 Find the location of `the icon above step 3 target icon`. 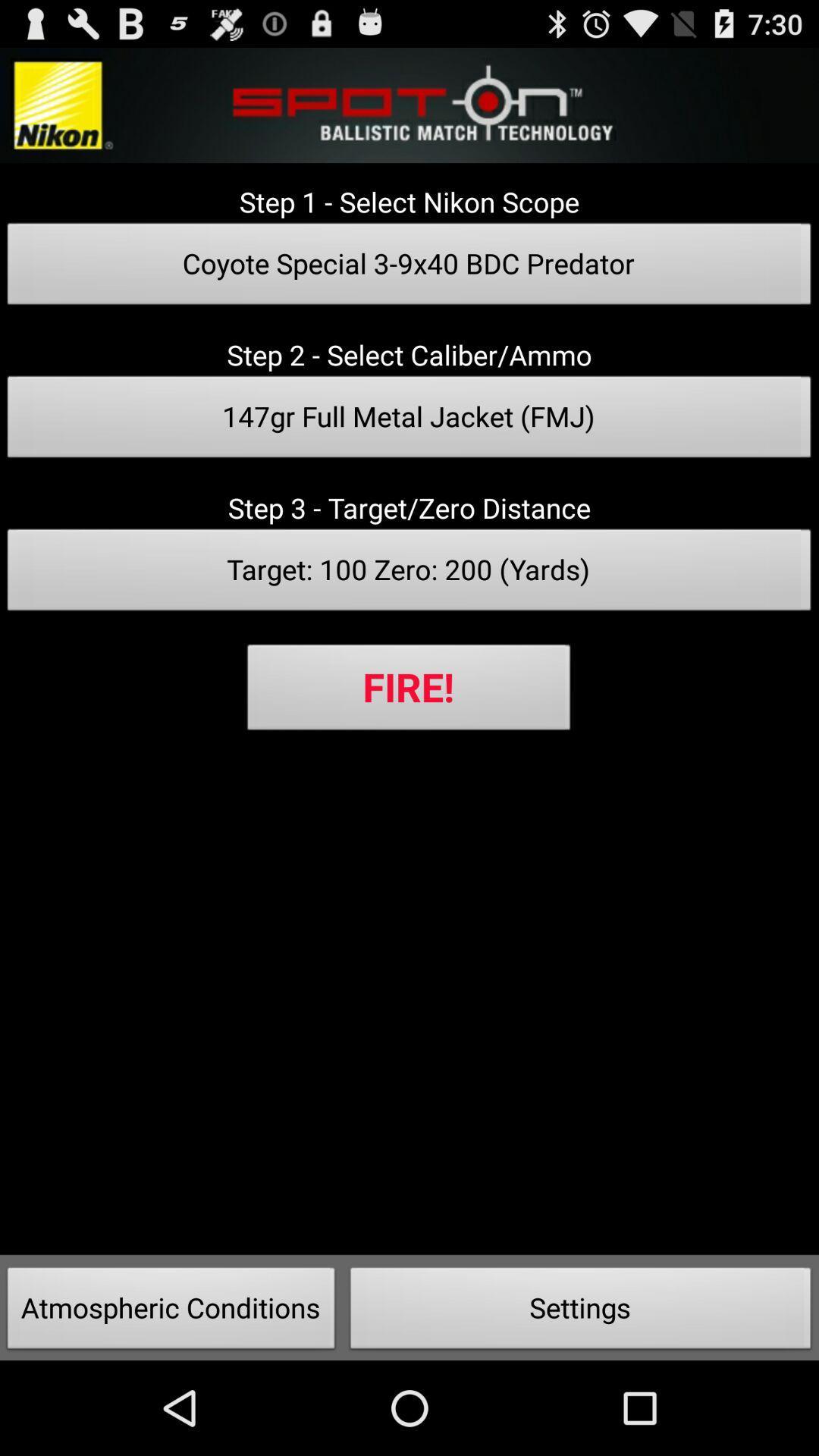

the icon above step 3 target icon is located at coordinates (409, 421).